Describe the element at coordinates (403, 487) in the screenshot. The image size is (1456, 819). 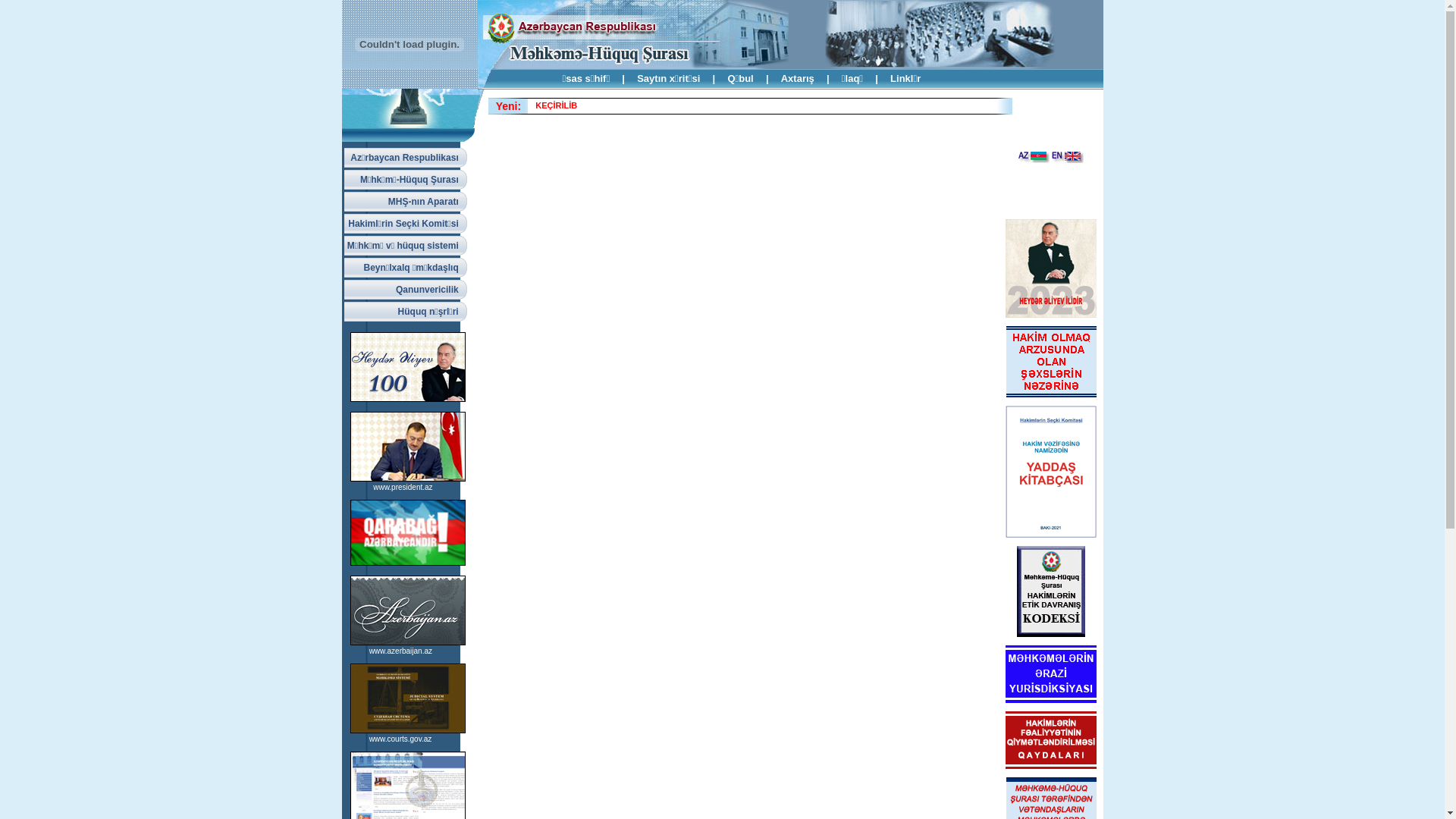
I see `'www.president.az'` at that location.